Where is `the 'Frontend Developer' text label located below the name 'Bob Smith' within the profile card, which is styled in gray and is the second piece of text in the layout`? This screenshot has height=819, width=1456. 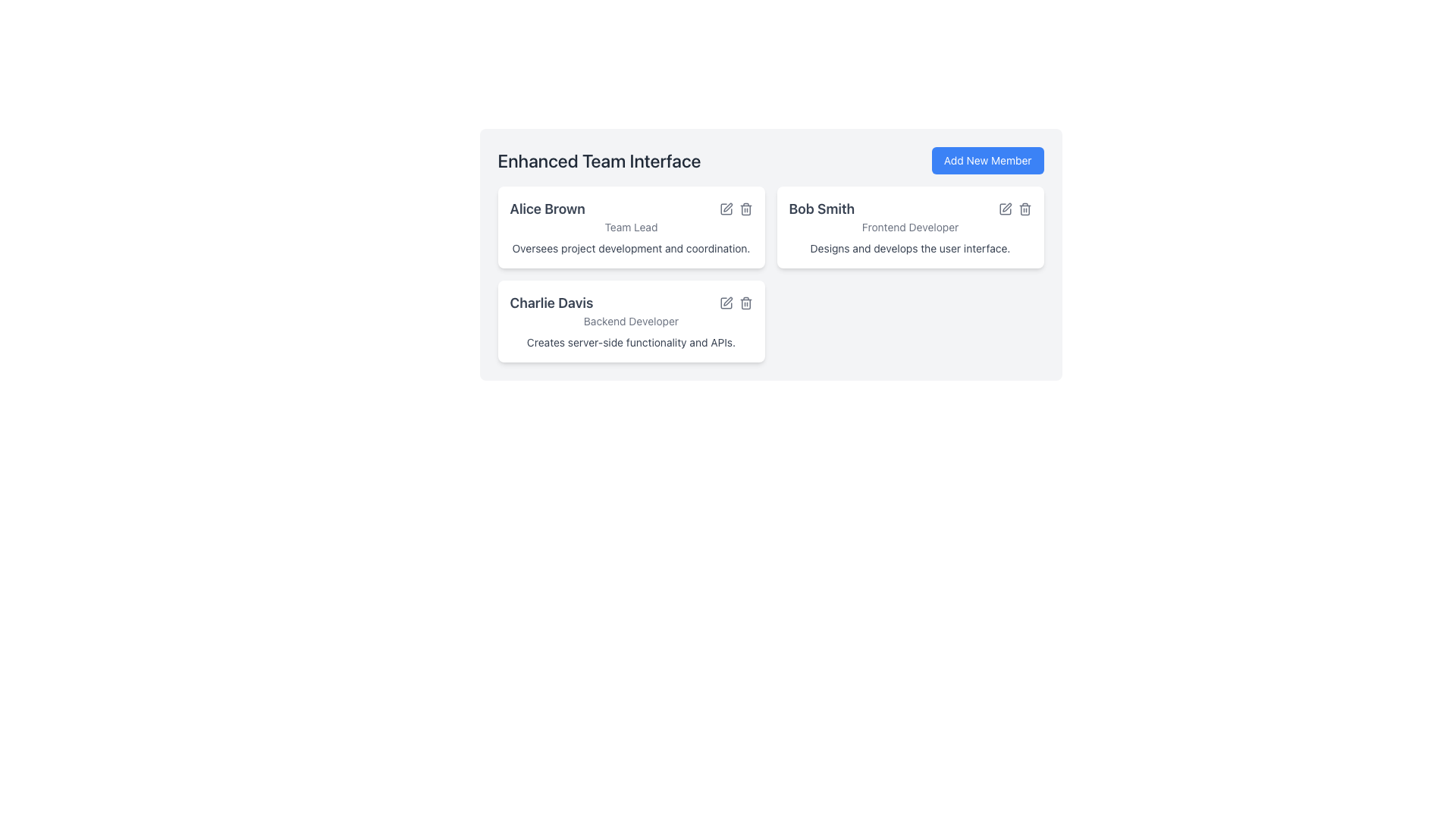
the 'Frontend Developer' text label located below the name 'Bob Smith' within the profile card, which is styled in gray and is the second piece of text in the layout is located at coordinates (910, 227).